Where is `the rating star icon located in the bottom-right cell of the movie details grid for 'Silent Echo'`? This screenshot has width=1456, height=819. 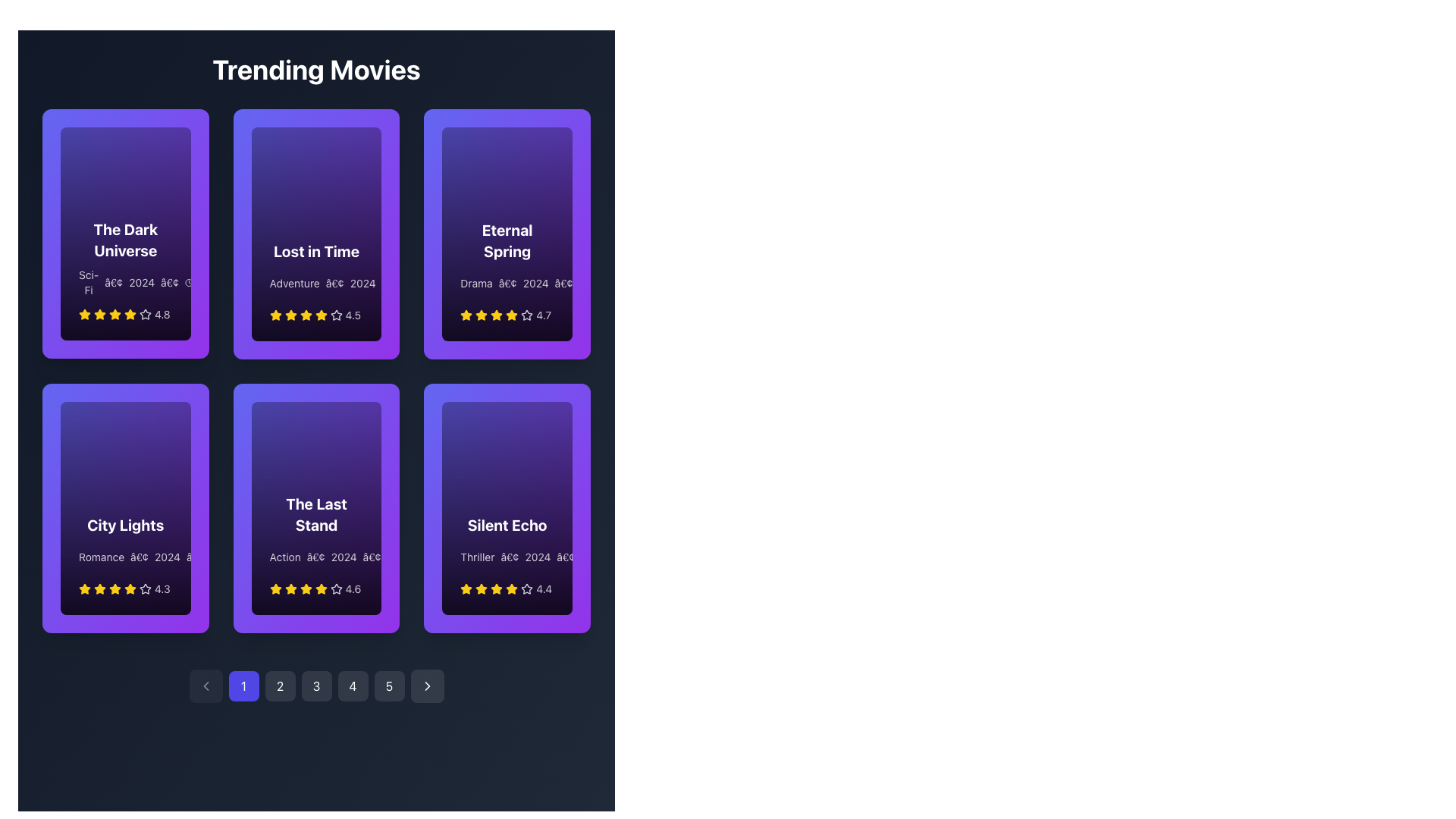
the rating star icon located in the bottom-right cell of the movie details grid for 'Silent Echo' is located at coordinates (466, 588).